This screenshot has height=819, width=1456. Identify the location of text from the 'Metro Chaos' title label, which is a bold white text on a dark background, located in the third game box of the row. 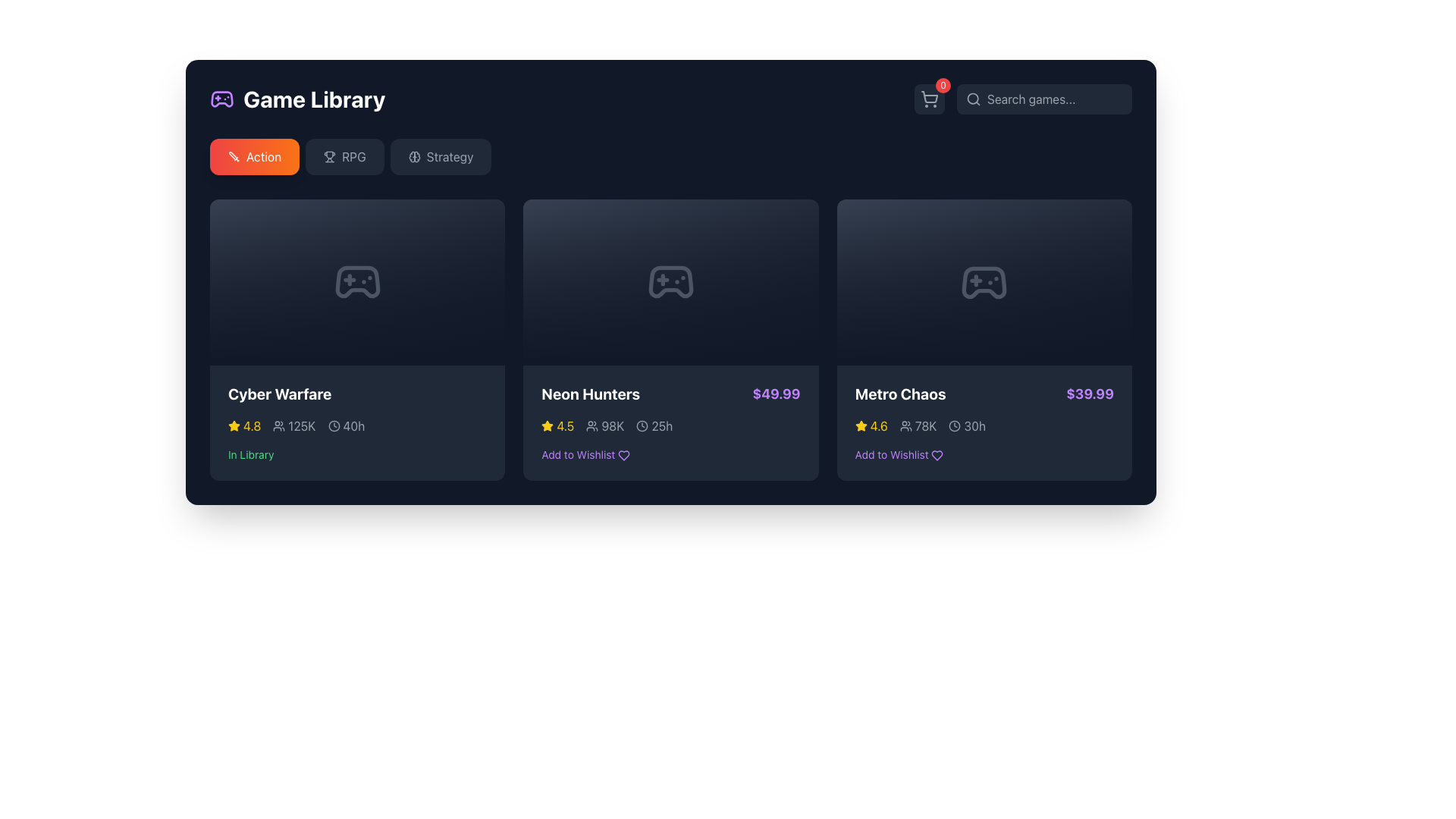
(900, 394).